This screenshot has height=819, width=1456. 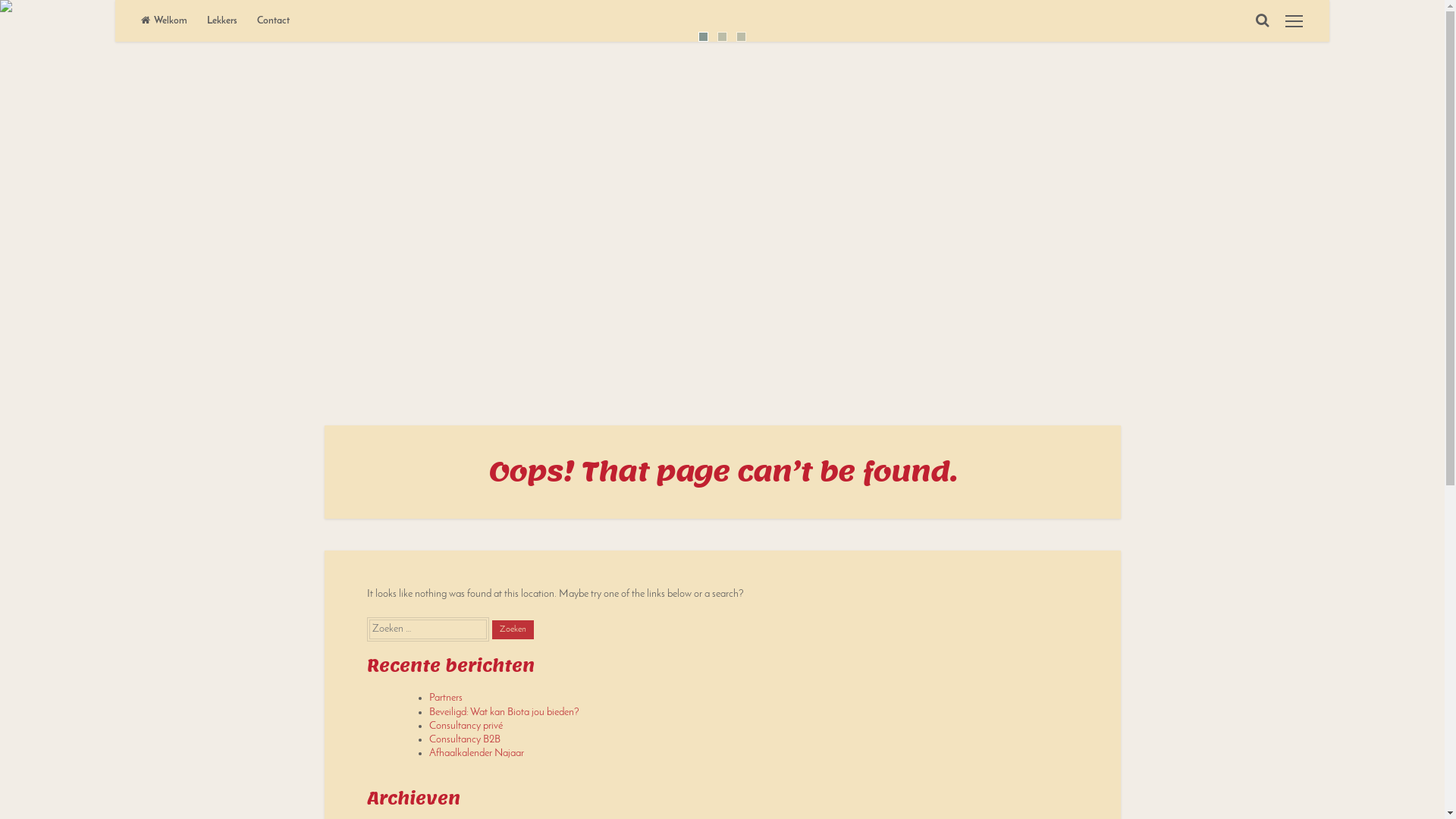 I want to click on 'Lekkers', so click(x=221, y=20).